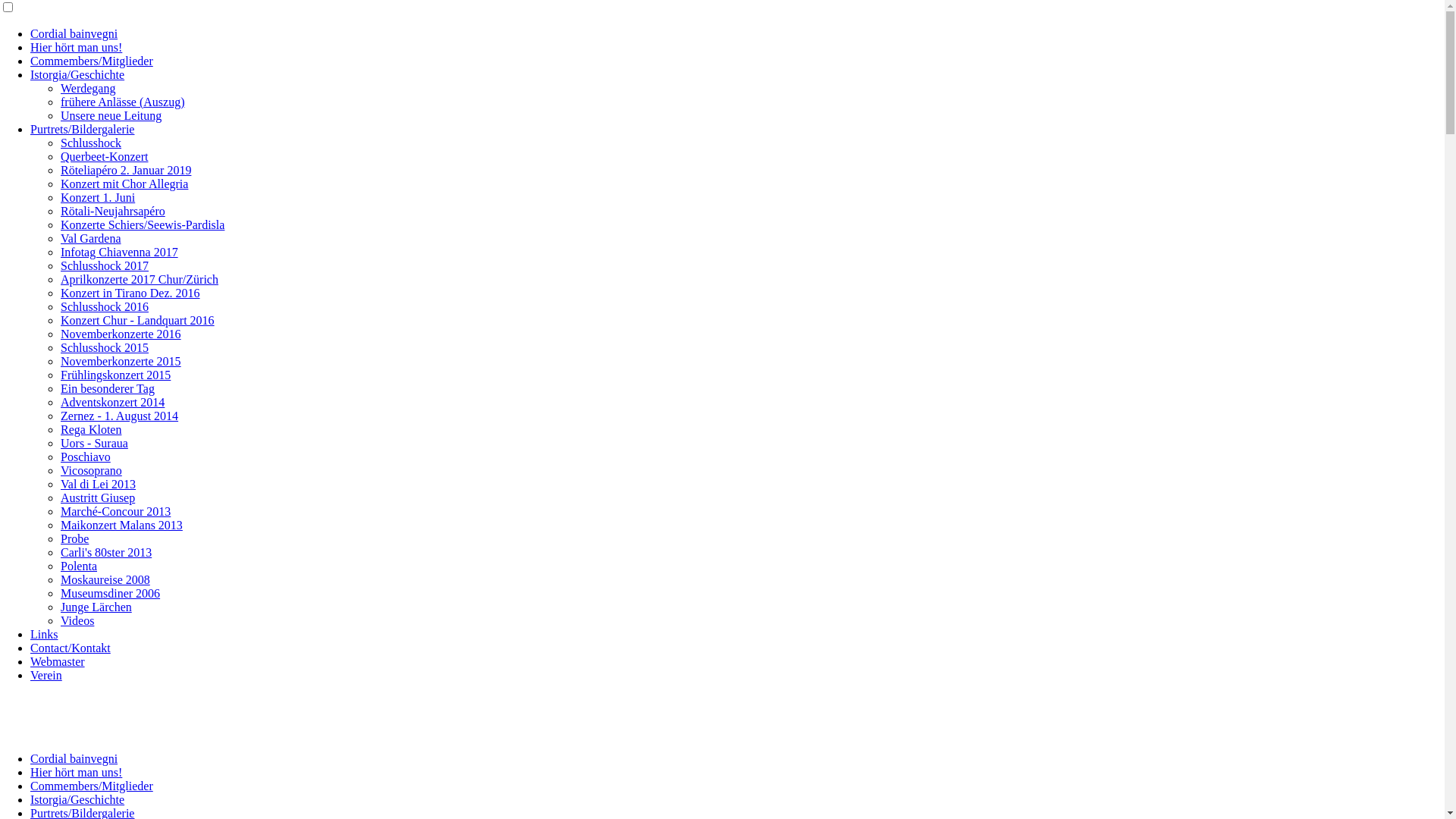  Describe the element at coordinates (61, 429) in the screenshot. I see `'Rega Kloten'` at that location.